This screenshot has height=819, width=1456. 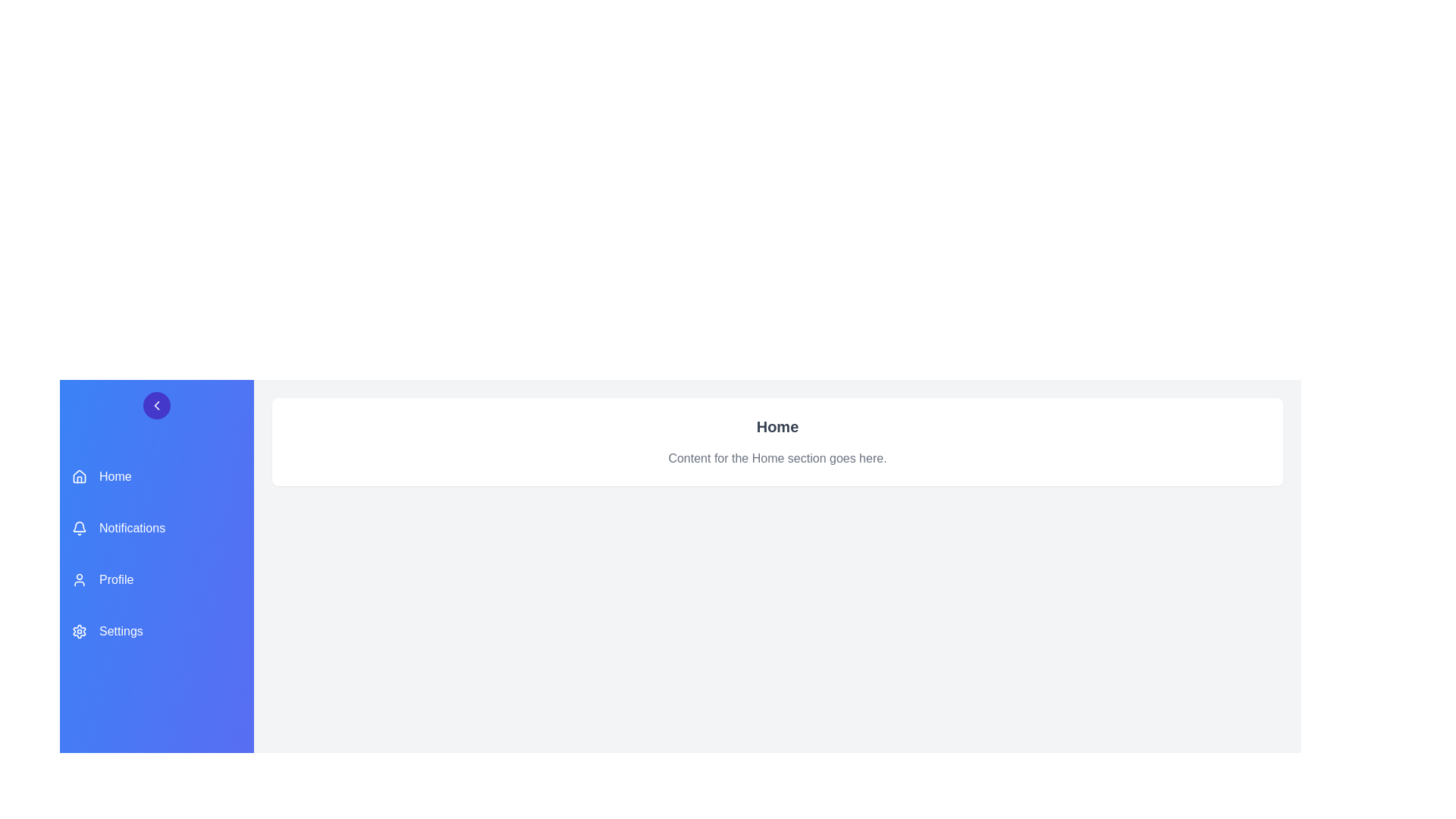 I want to click on the 'Home' static text label, which is displayed in white color within a blue sidebar, positioned adjacent to a house icon, so click(x=115, y=475).